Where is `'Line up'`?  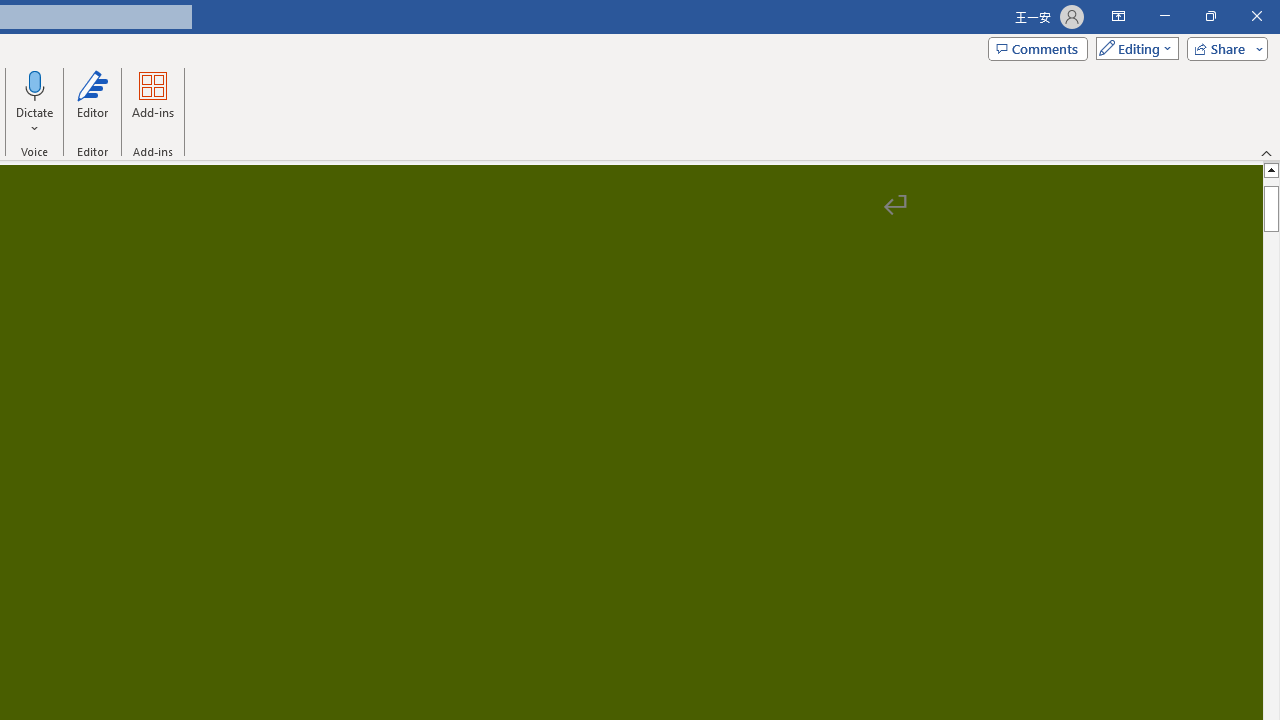
'Line up' is located at coordinates (1270, 168).